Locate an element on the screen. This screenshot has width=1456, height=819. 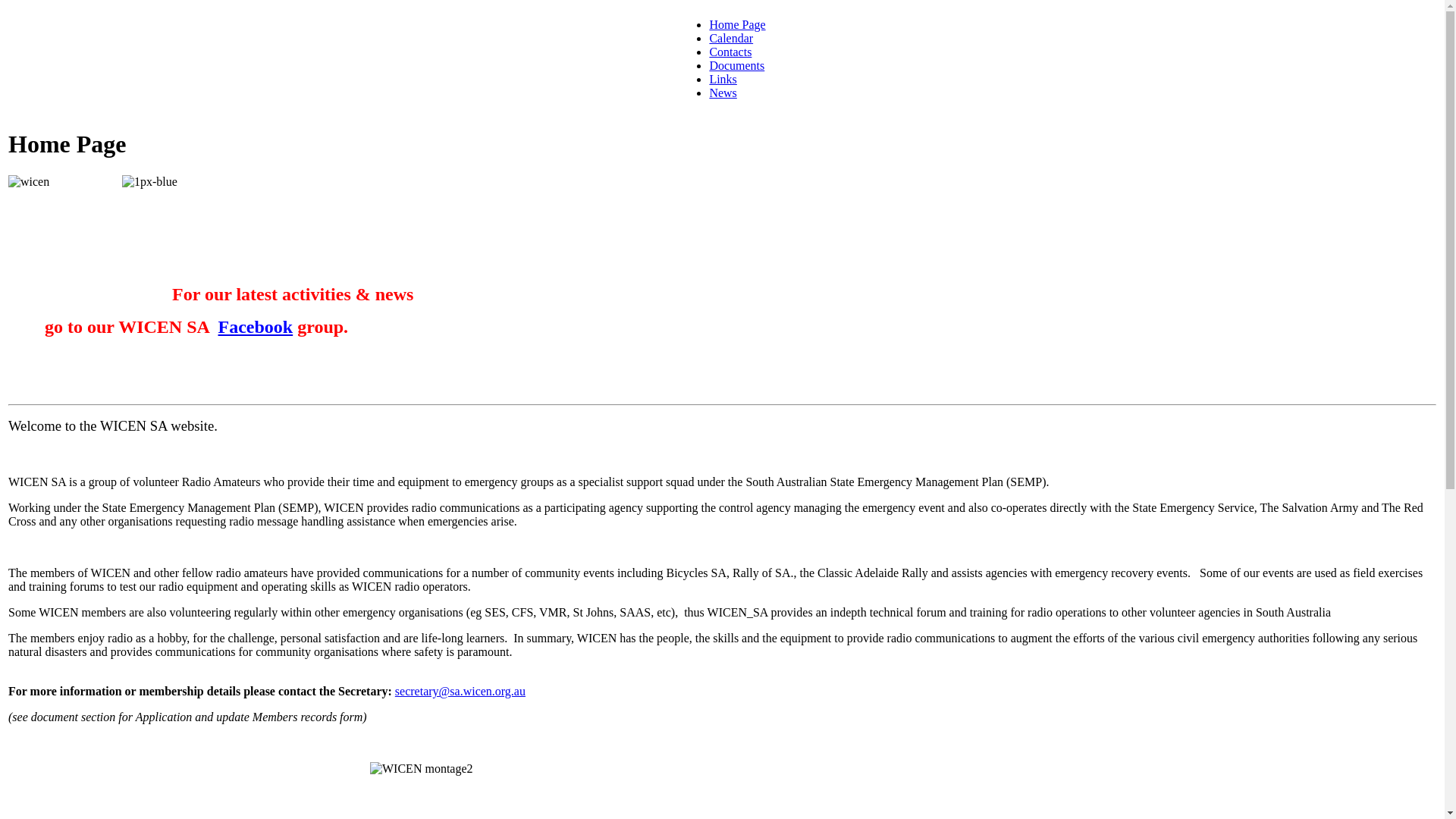
'Home Page' is located at coordinates (736, 24).